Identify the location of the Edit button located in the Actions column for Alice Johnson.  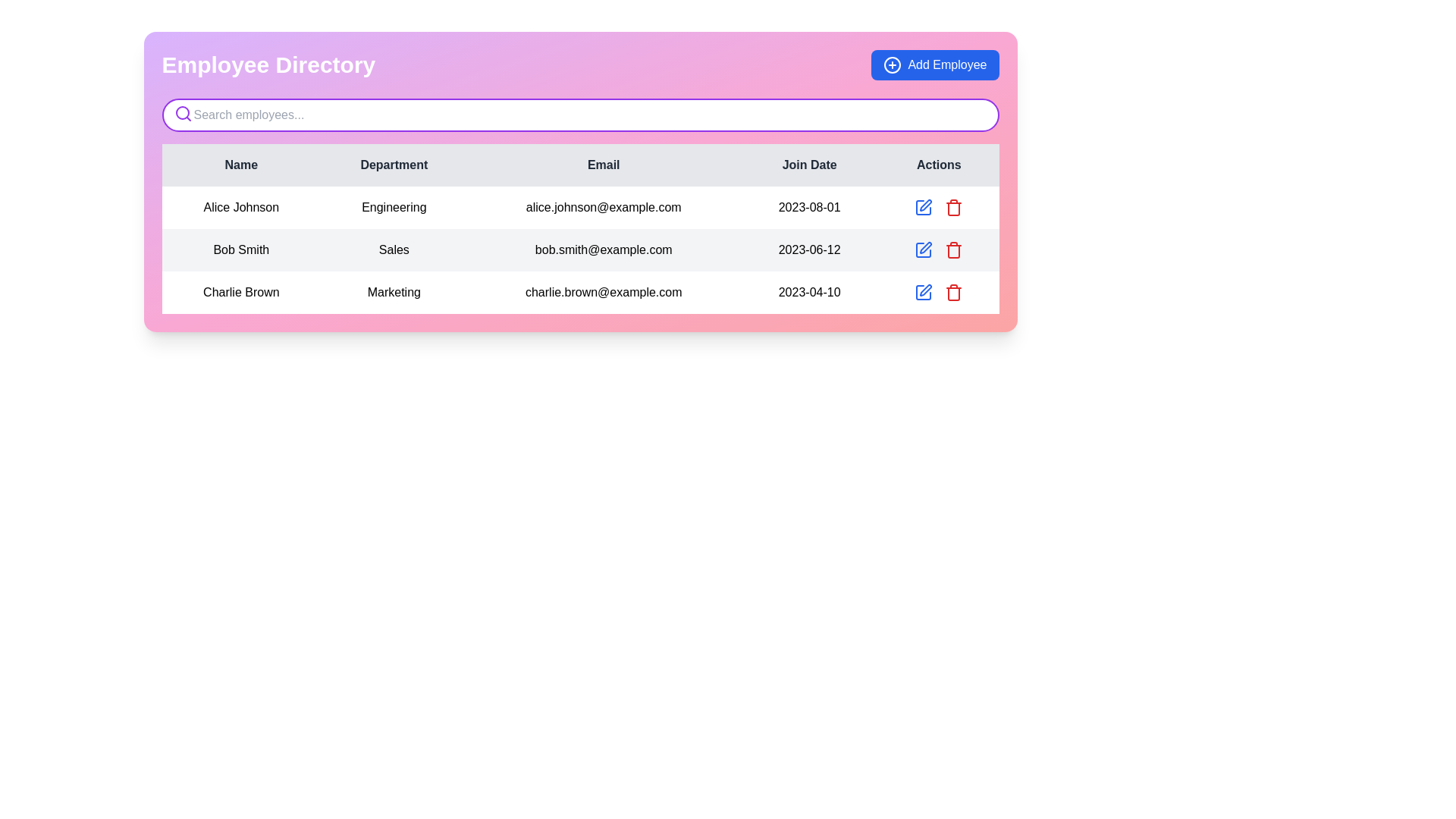
(923, 207).